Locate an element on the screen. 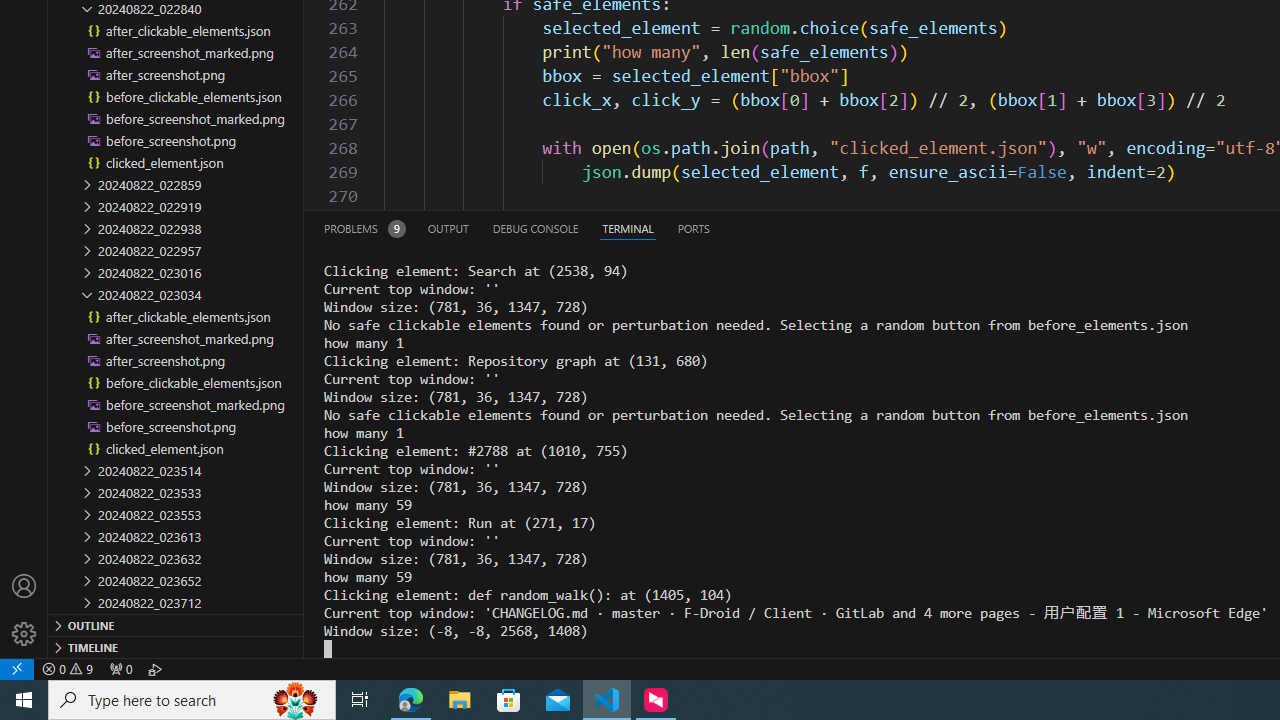  'Debug Console (Ctrl+Shift+Y)' is located at coordinates (535, 227).